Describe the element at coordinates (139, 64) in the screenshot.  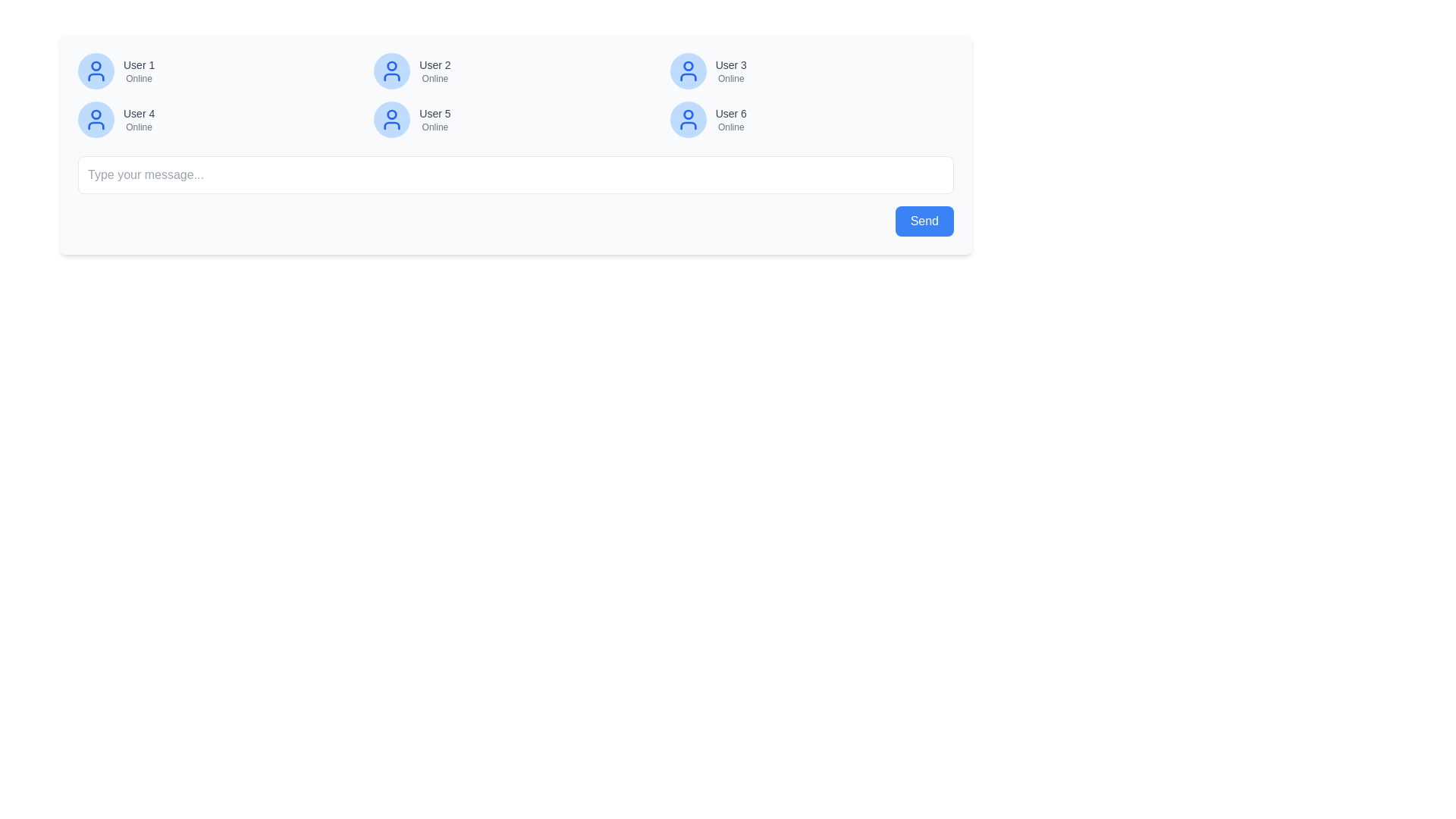
I see `the text label that identifies the user as 'User 1', which is the first label in the user profile information grid` at that location.